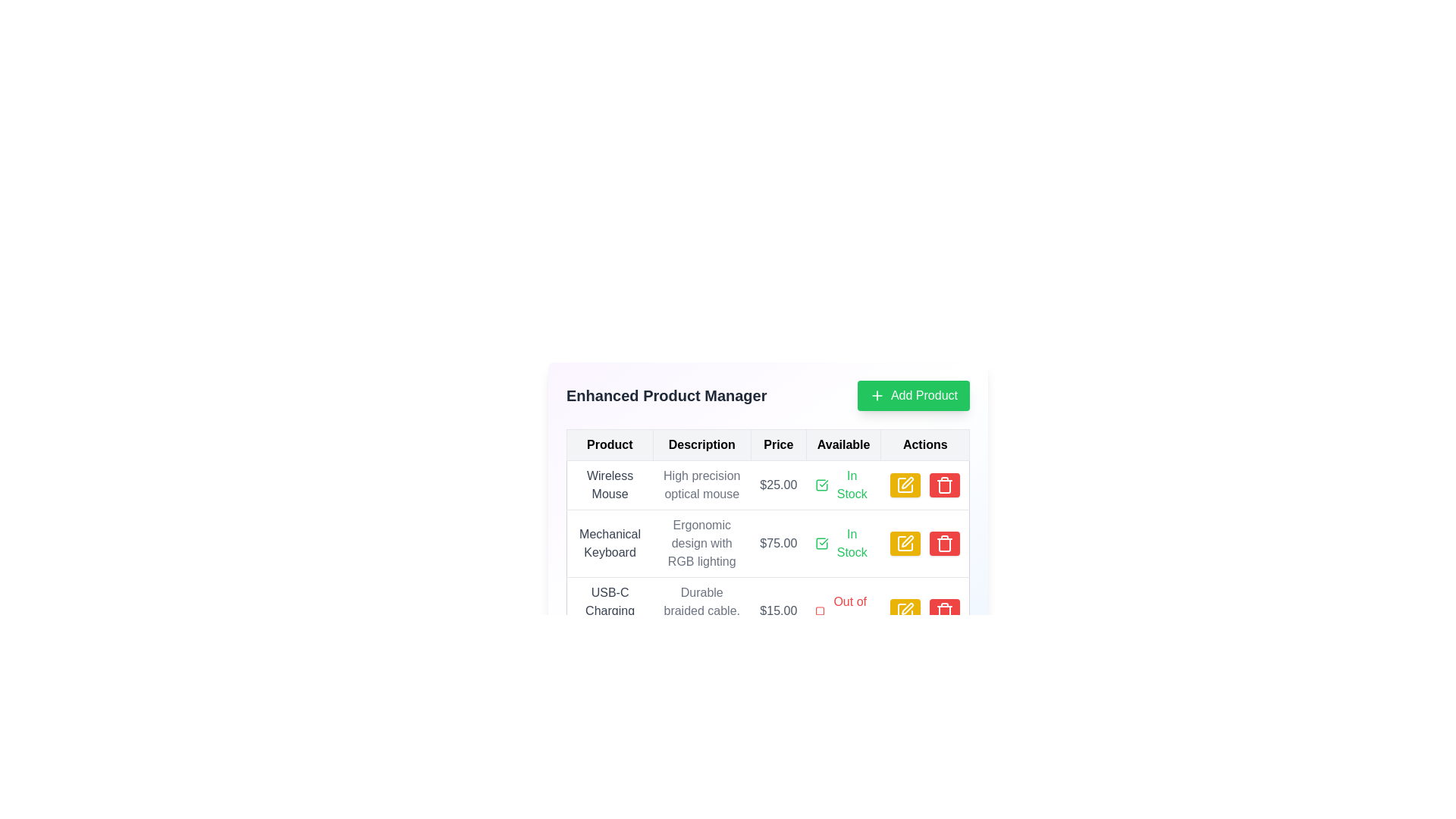 The image size is (1456, 819). I want to click on the static text label that provides a description of the product 'Wireless Mouse' located in the second cell of the first row of a table under the 'Description' header, so click(701, 485).